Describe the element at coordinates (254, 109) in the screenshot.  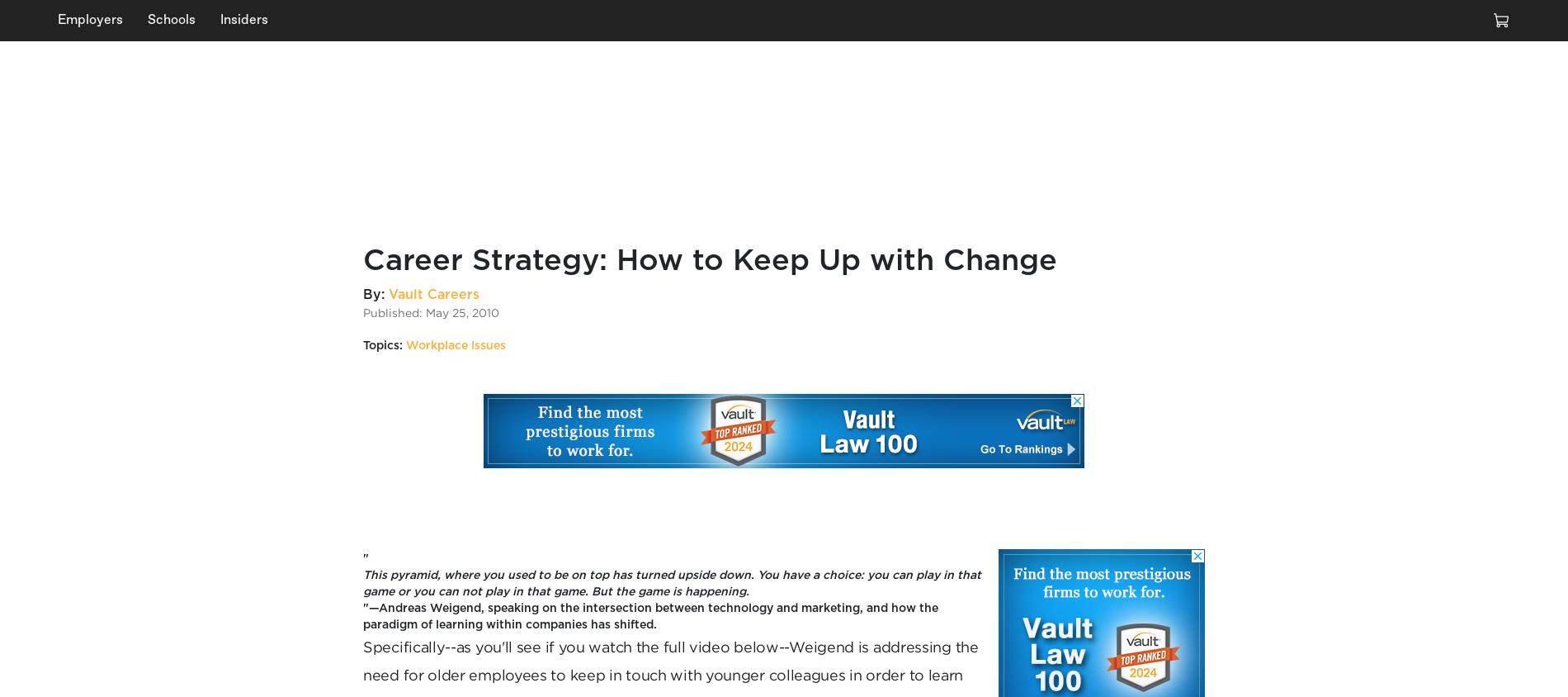
I see `'How to Use the 4 As to Overcome Workplace Stress'` at that location.